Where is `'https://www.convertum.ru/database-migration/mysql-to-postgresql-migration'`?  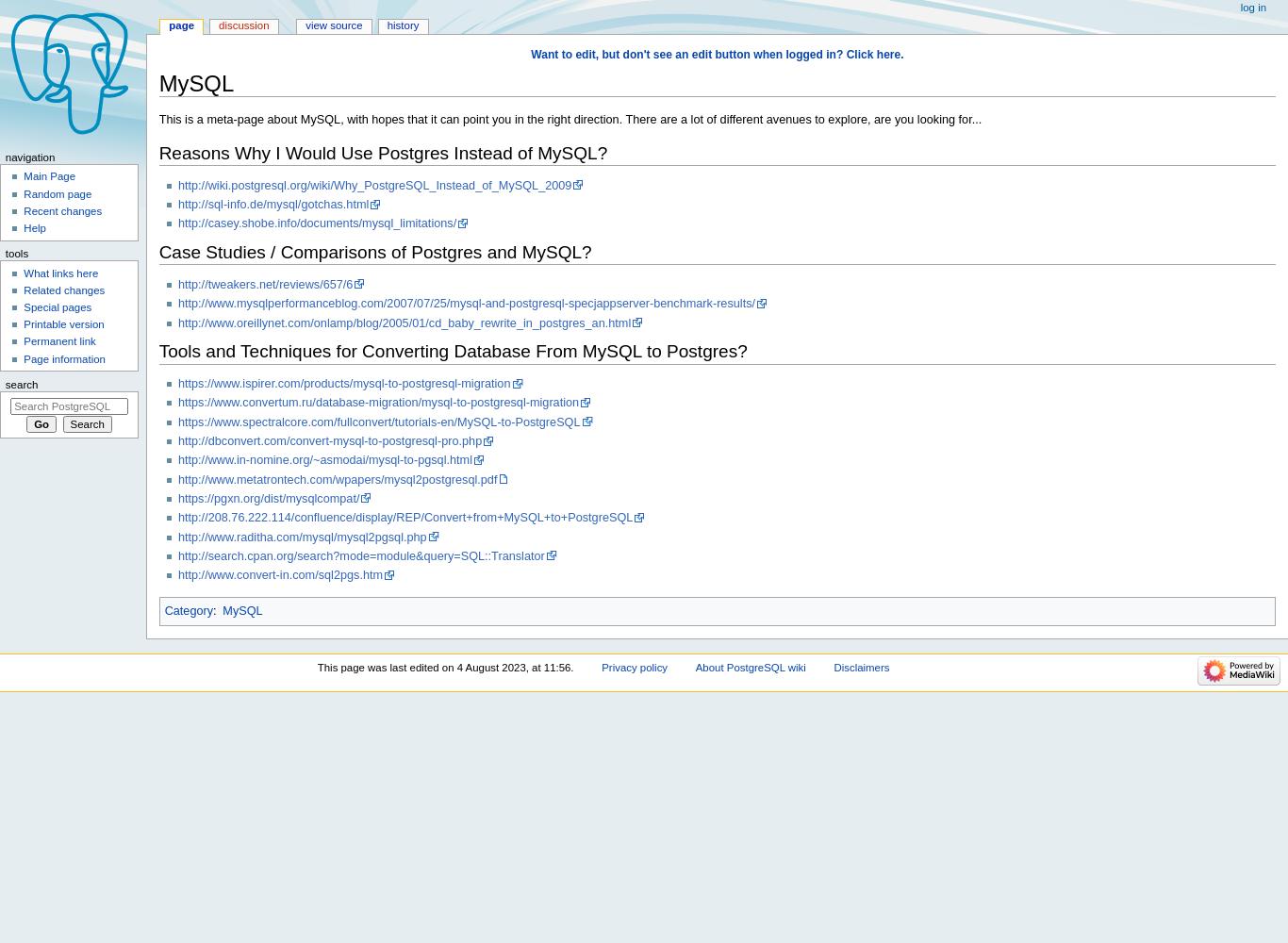 'https://www.convertum.ru/database-migration/mysql-to-postgresql-migration' is located at coordinates (377, 403).